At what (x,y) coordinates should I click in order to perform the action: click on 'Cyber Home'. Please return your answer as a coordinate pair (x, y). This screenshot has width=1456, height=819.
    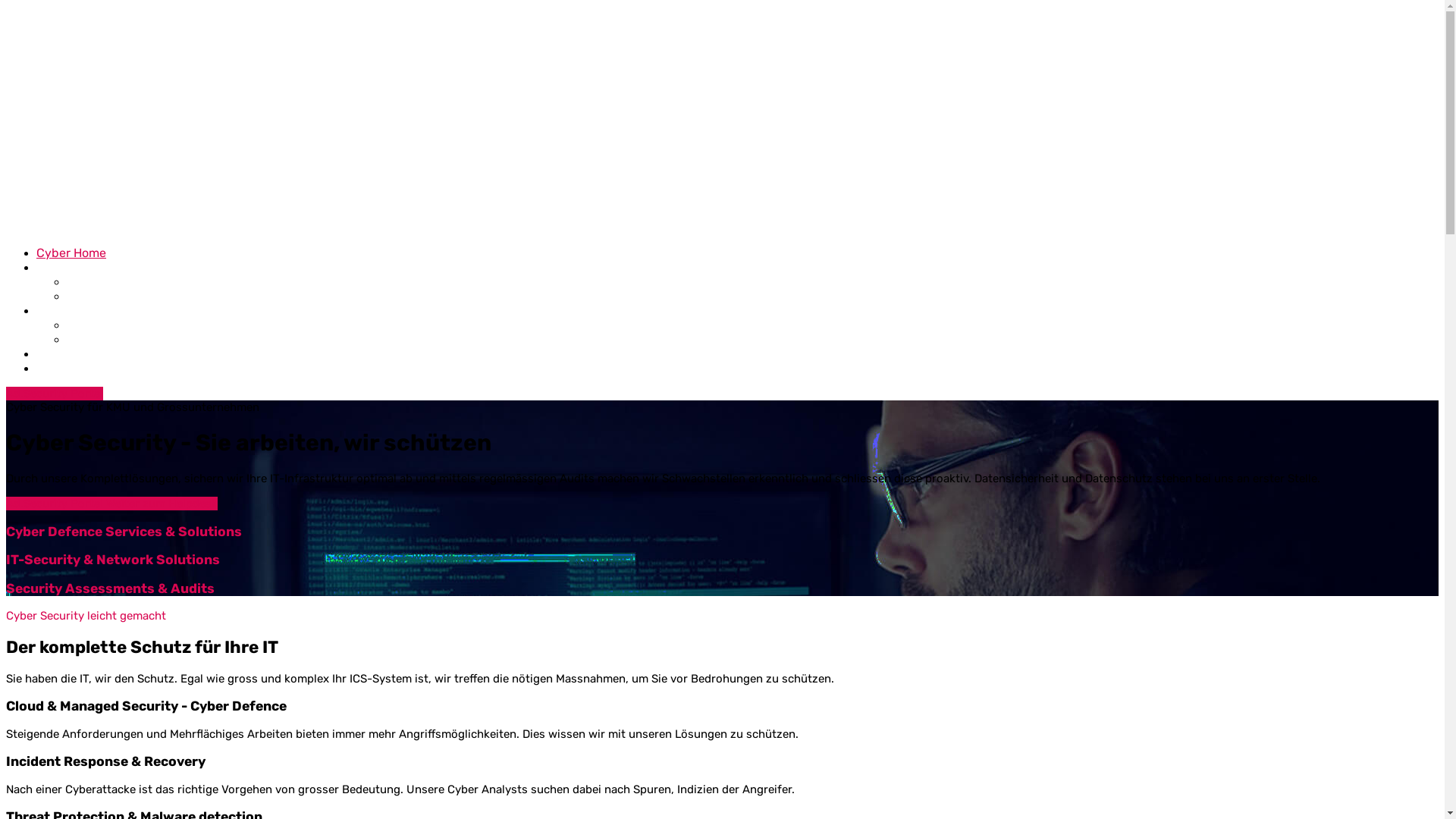
    Looking at the image, I should click on (71, 252).